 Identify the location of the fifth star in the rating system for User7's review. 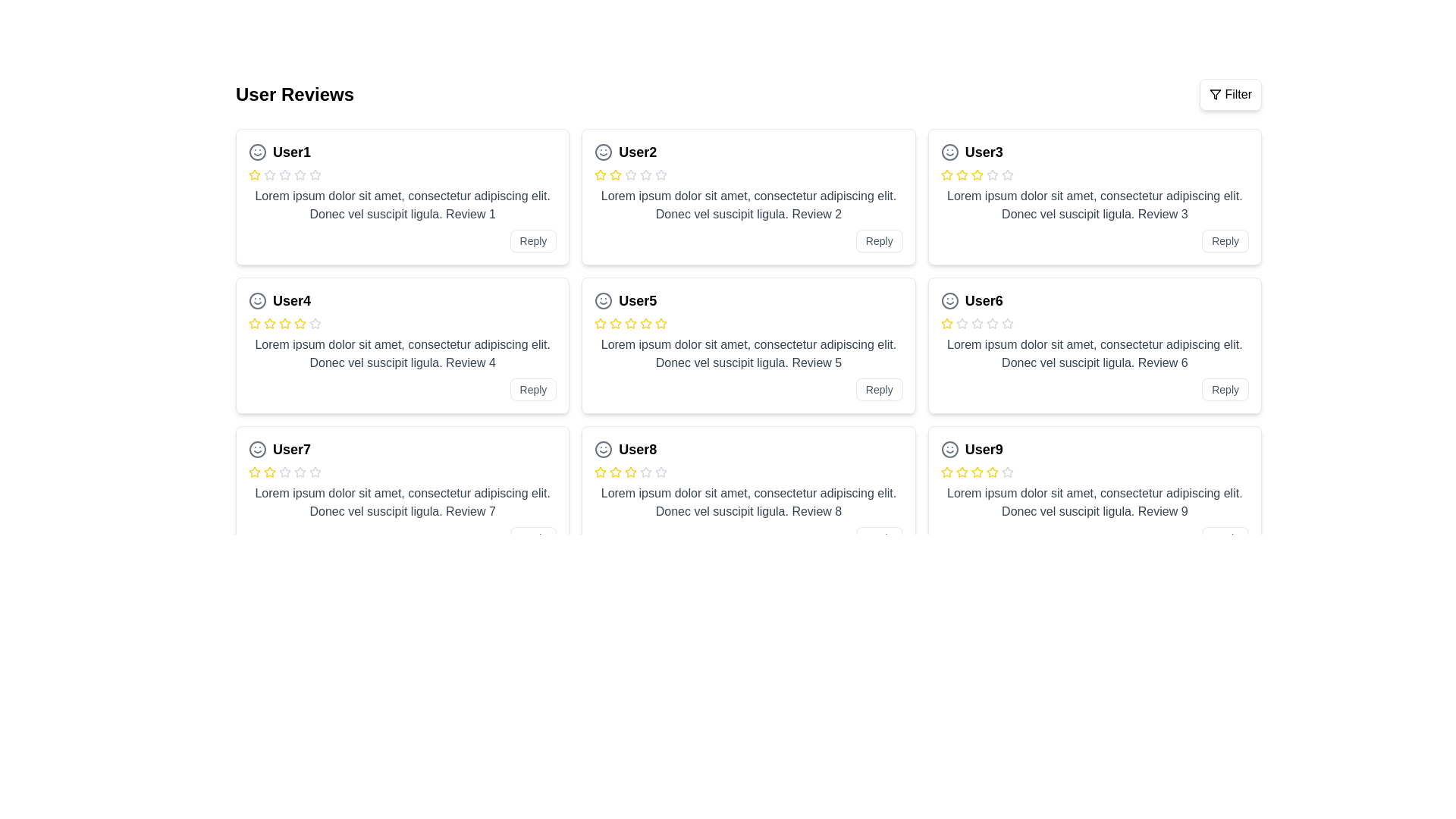
(315, 472).